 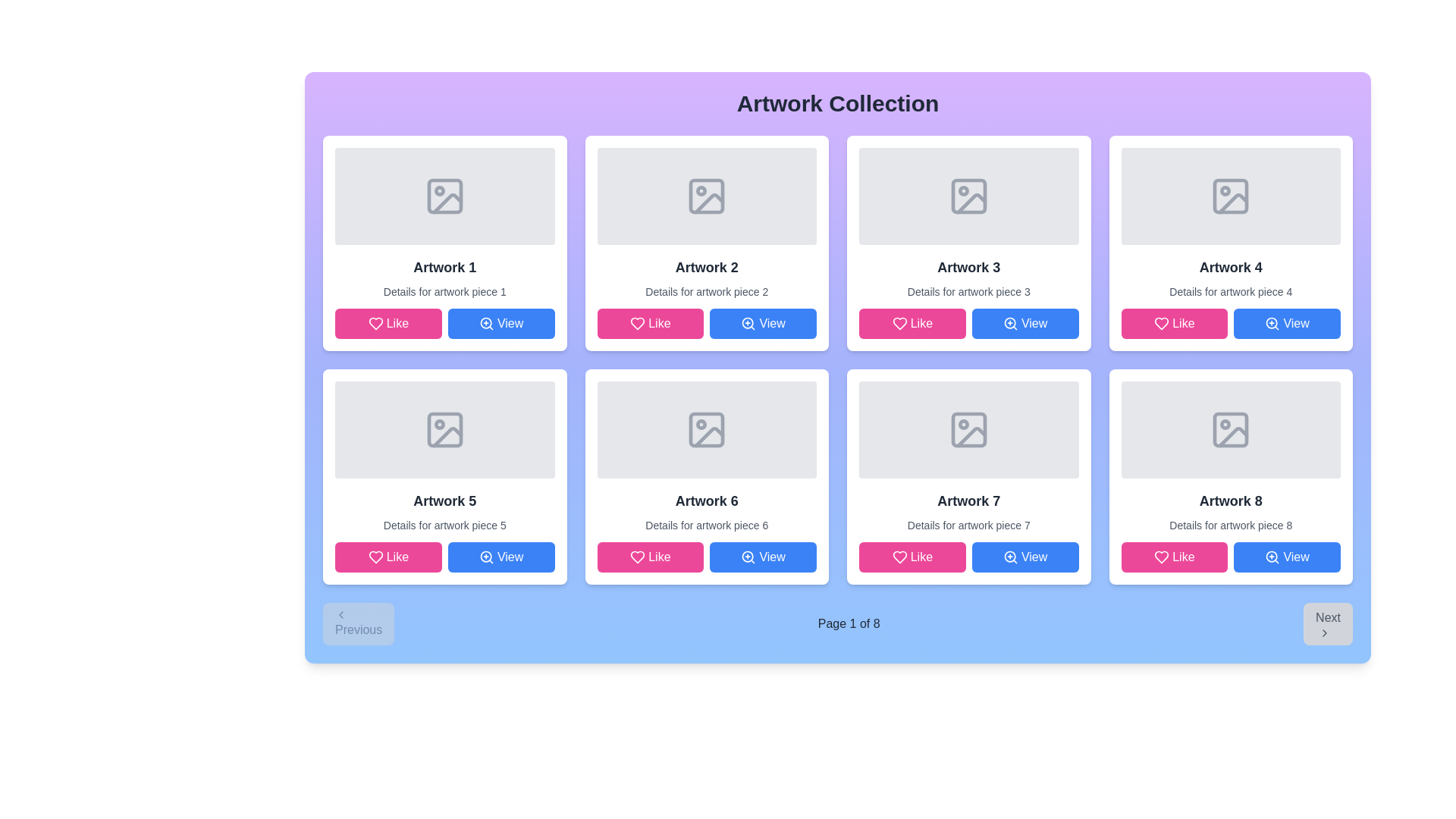 What do you see at coordinates (1010, 557) in the screenshot?
I see `the zoom-in icon located on the leftmost part of the blue 'View' button at the bottom-right corner of the 'Artwork 7' card` at bounding box center [1010, 557].